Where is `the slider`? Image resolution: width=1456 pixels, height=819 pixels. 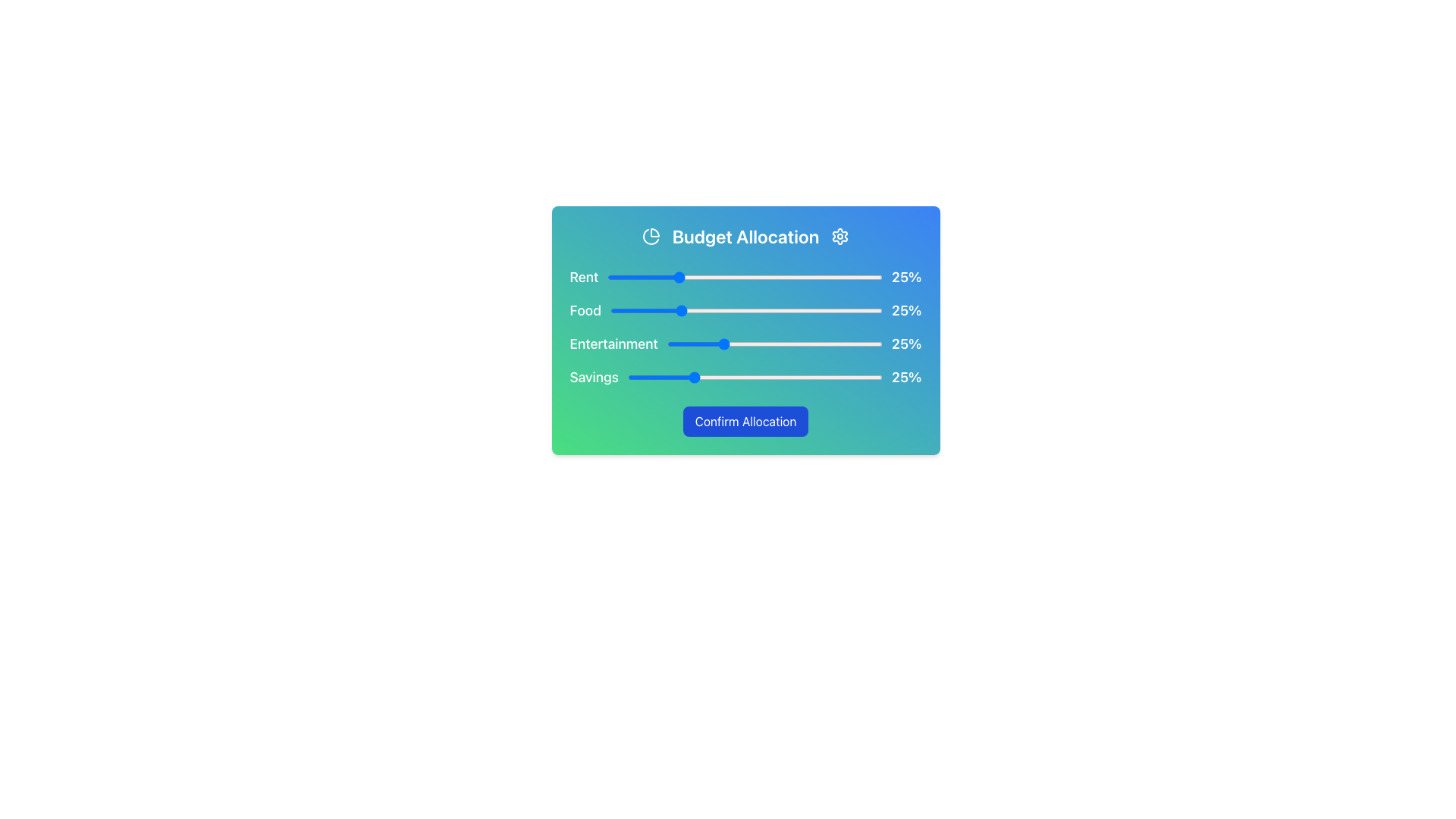 the slider is located at coordinates (713, 309).